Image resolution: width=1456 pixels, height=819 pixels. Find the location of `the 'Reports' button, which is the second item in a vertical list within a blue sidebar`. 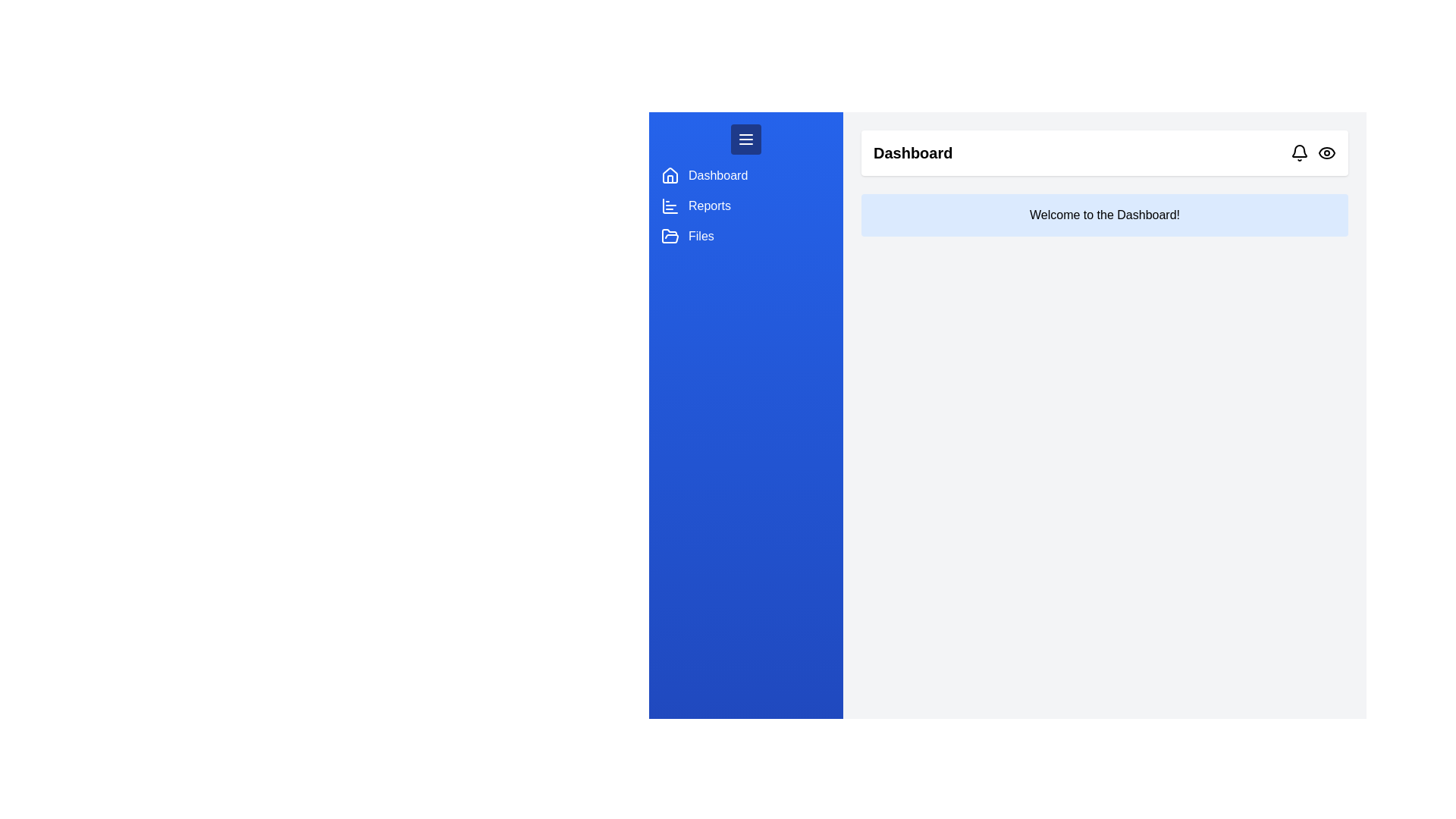

the 'Reports' button, which is the second item in a vertical list within a blue sidebar is located at coordinates (745, 206).